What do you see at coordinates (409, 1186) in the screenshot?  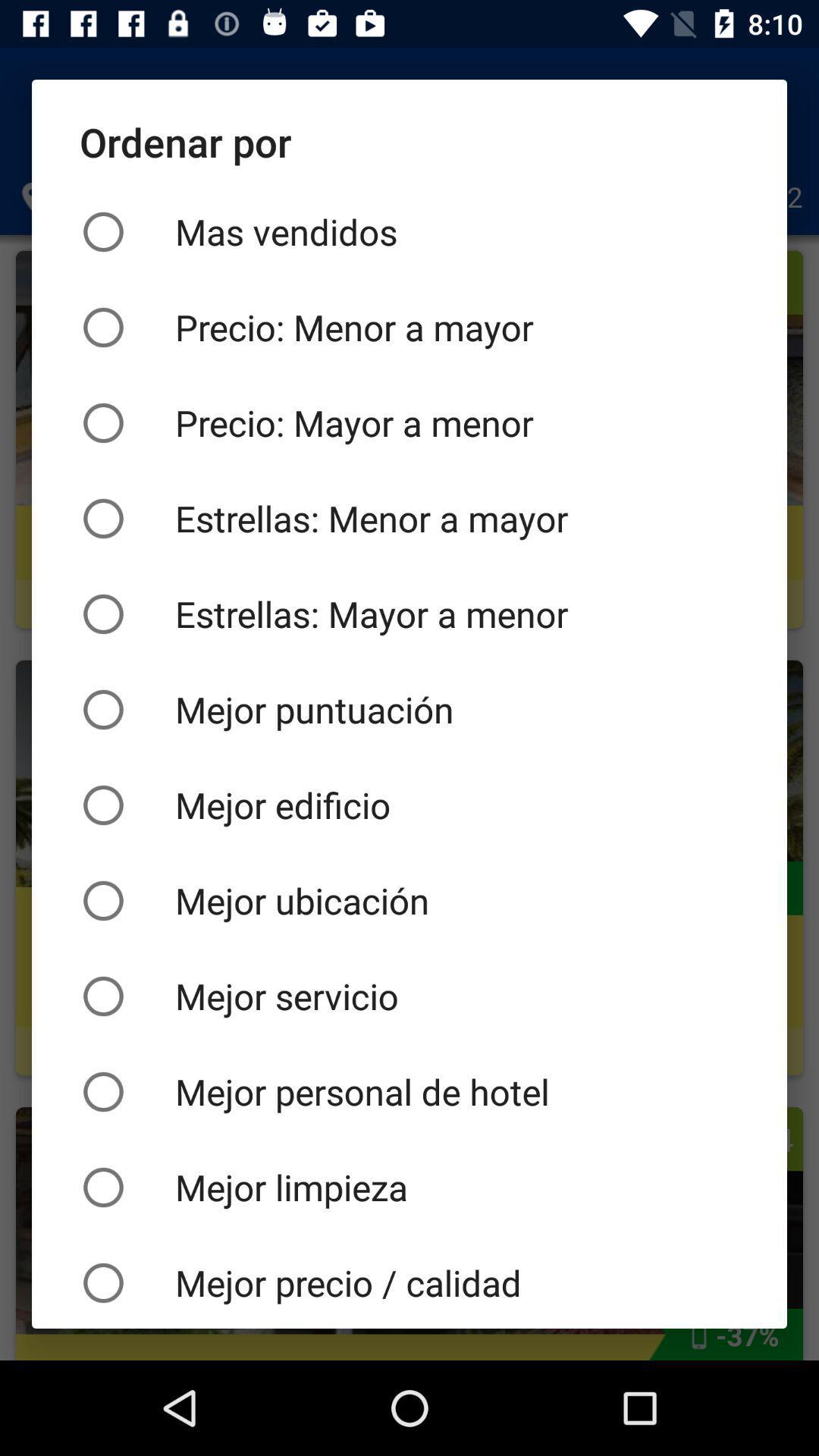 I see `the mejor limpieza` at bounding box center [409, 1186].